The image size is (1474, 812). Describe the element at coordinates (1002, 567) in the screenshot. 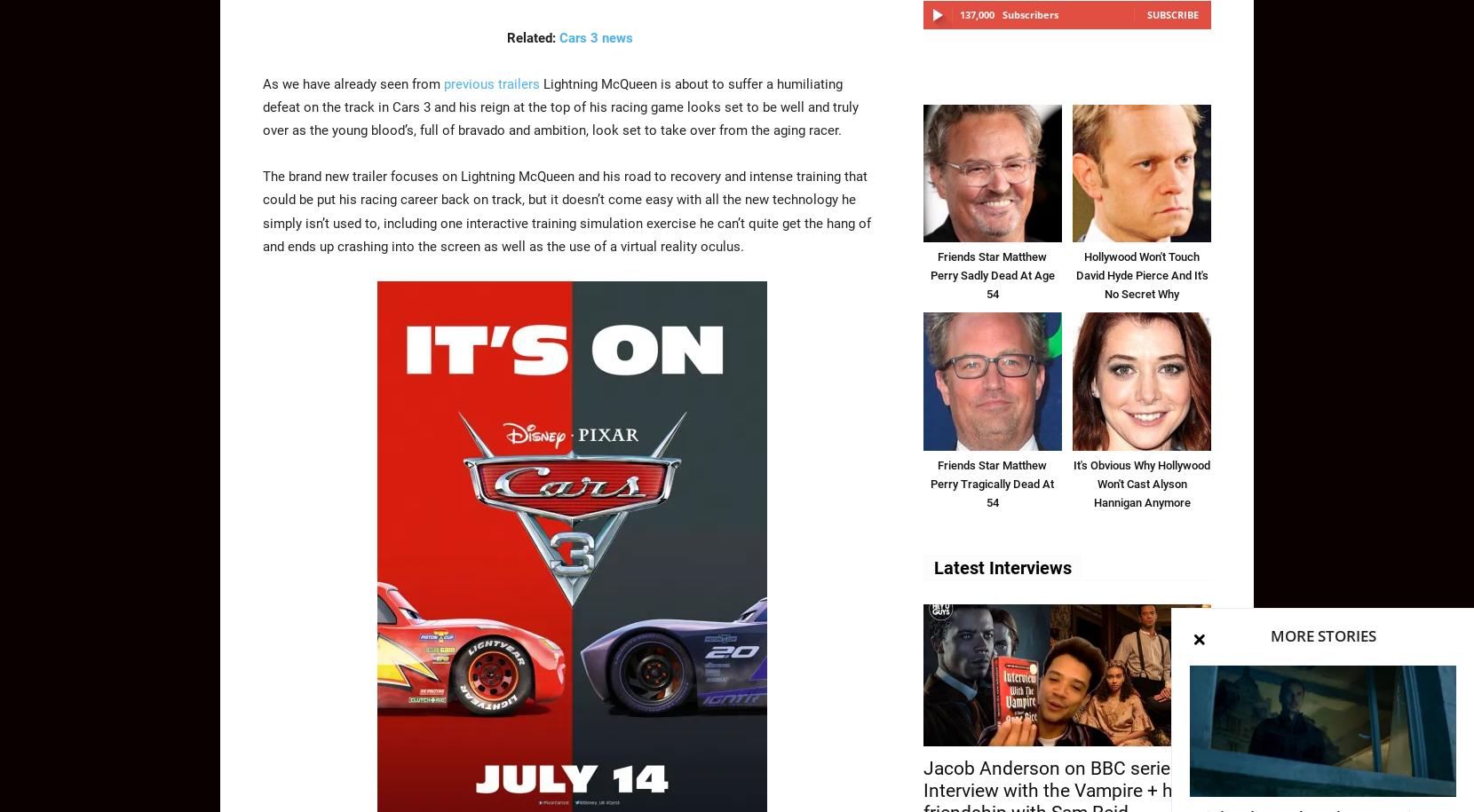

I see `'Latest Interviews'` at that location.